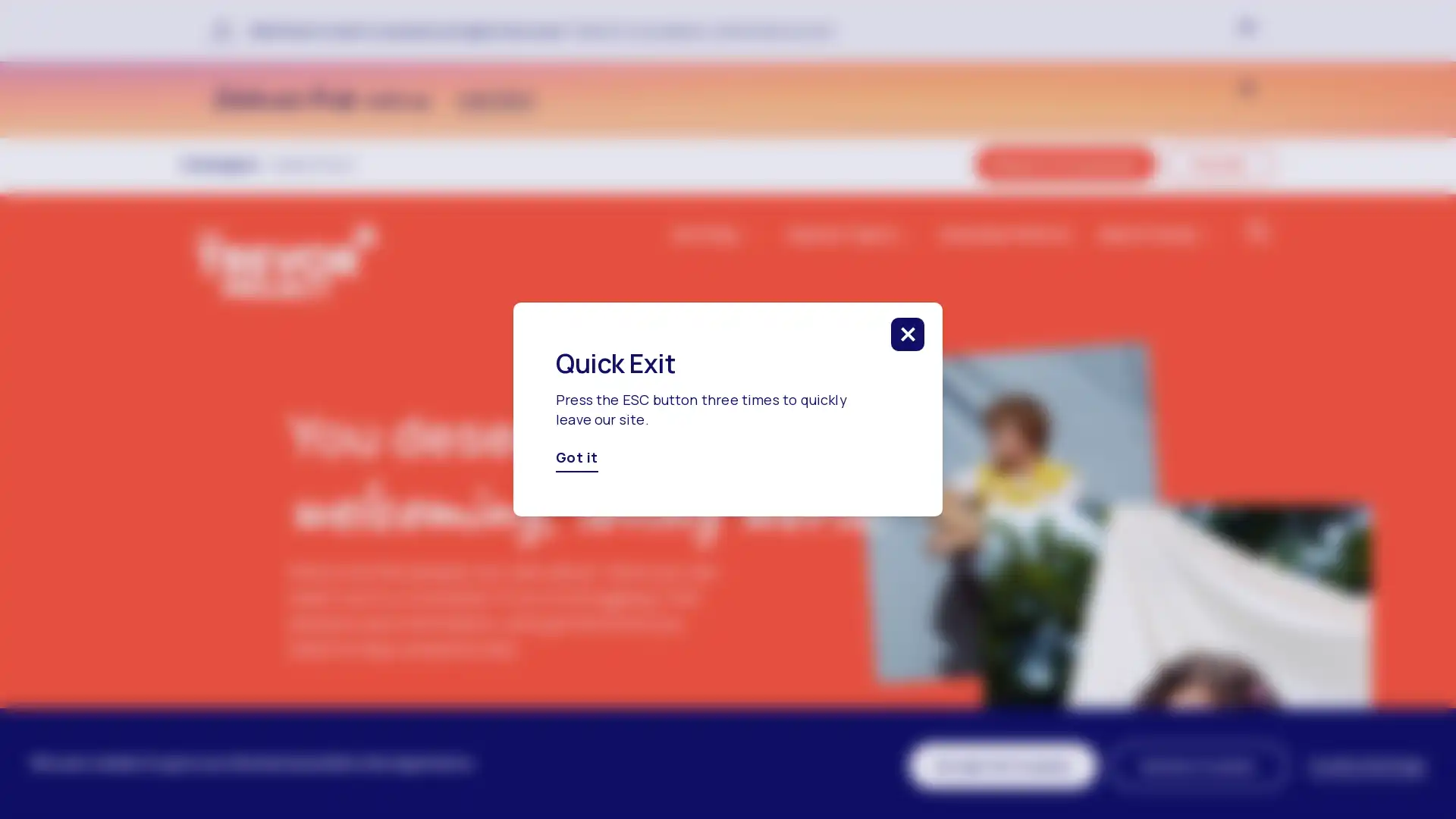  Describe the element at coordinates (1246, 27) in the screenshot. I see `click to close banner` at that location.